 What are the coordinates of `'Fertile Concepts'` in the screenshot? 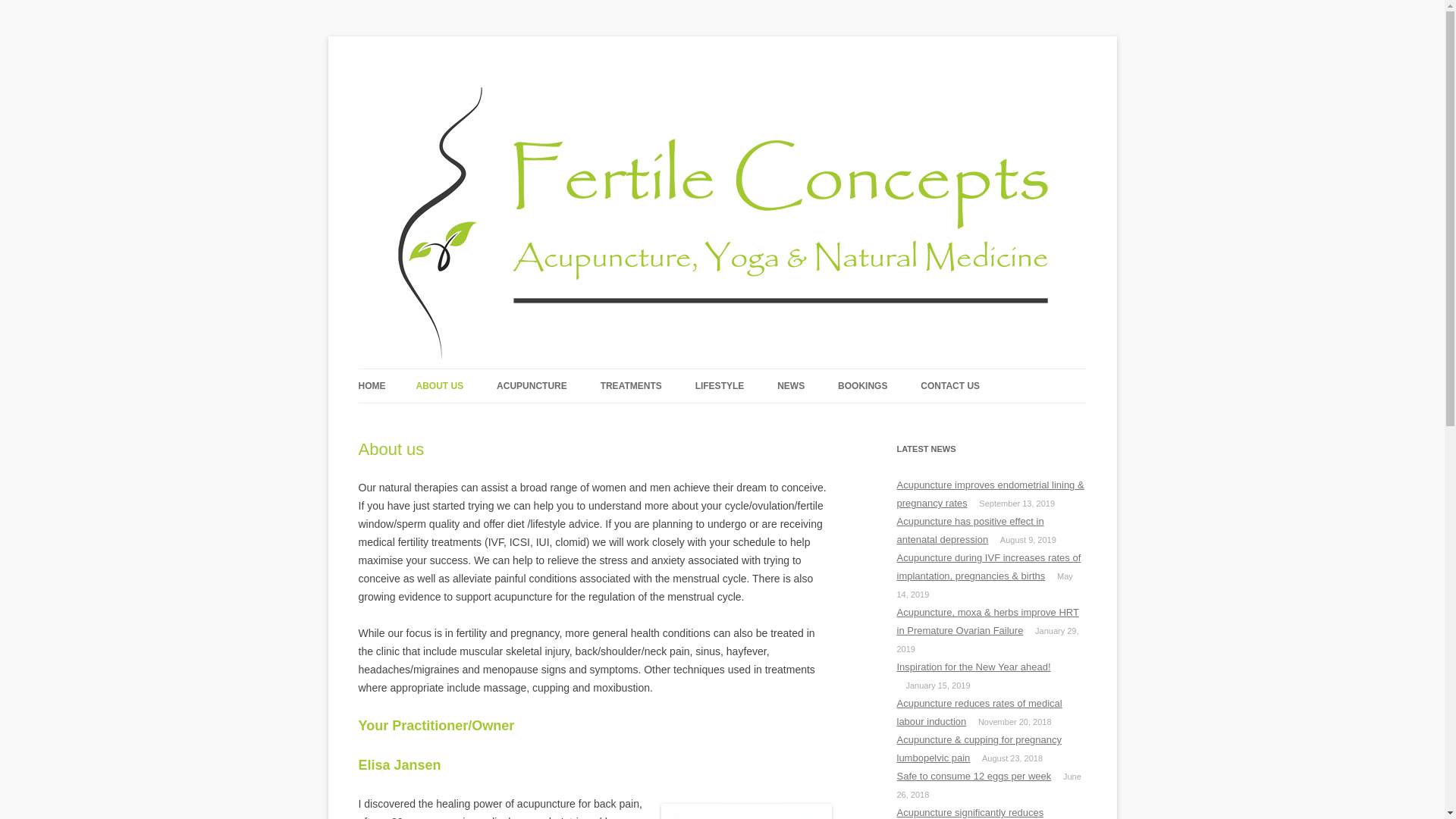 It's located at (394, 63).